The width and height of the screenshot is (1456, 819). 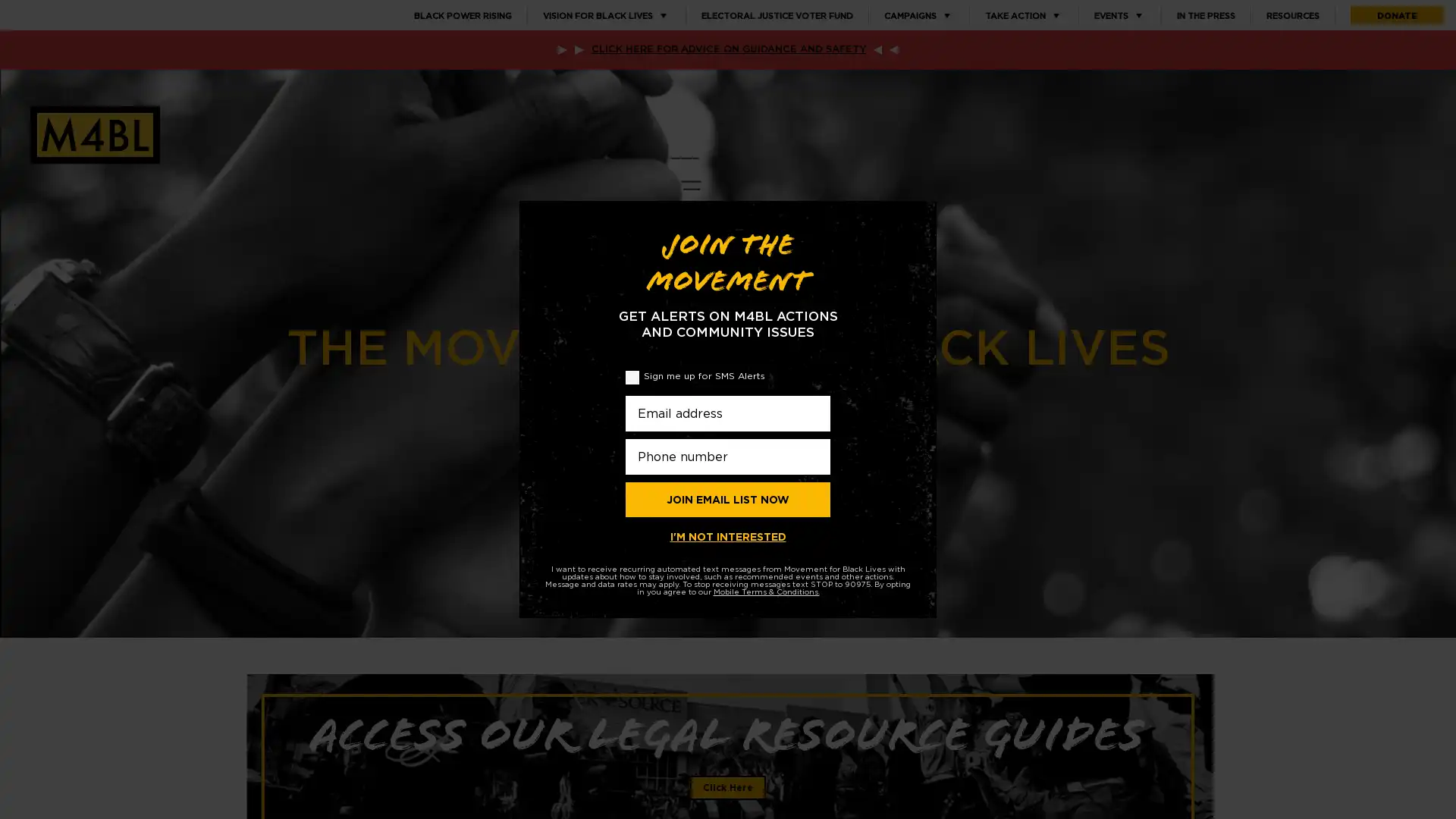 What do you see at coordinates (728, 536) in the screenshot?
I see `I'M NOT INTERESTED` at bounding box center [728, 536].